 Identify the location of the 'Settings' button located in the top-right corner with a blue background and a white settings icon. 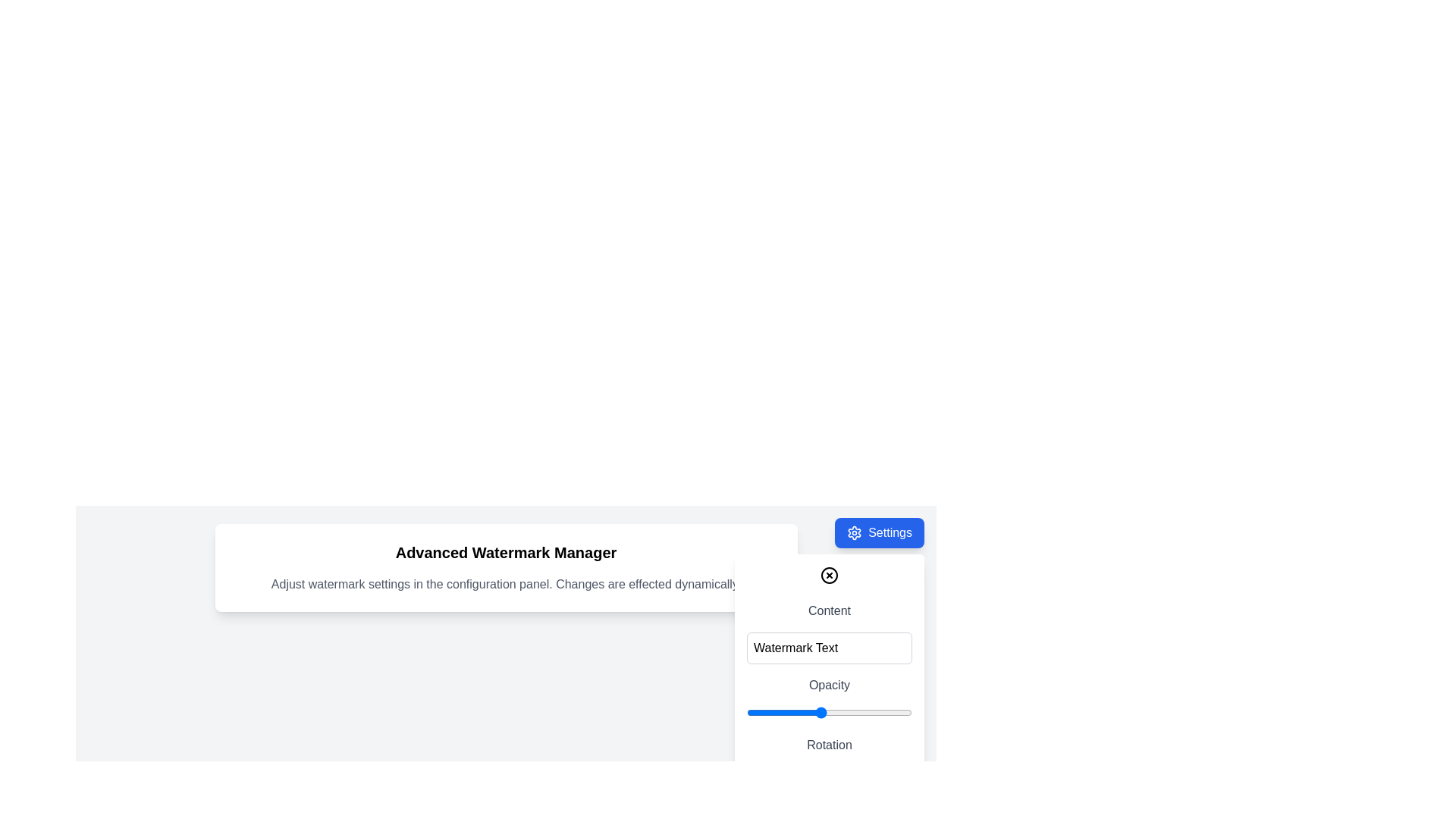
(880, 532).